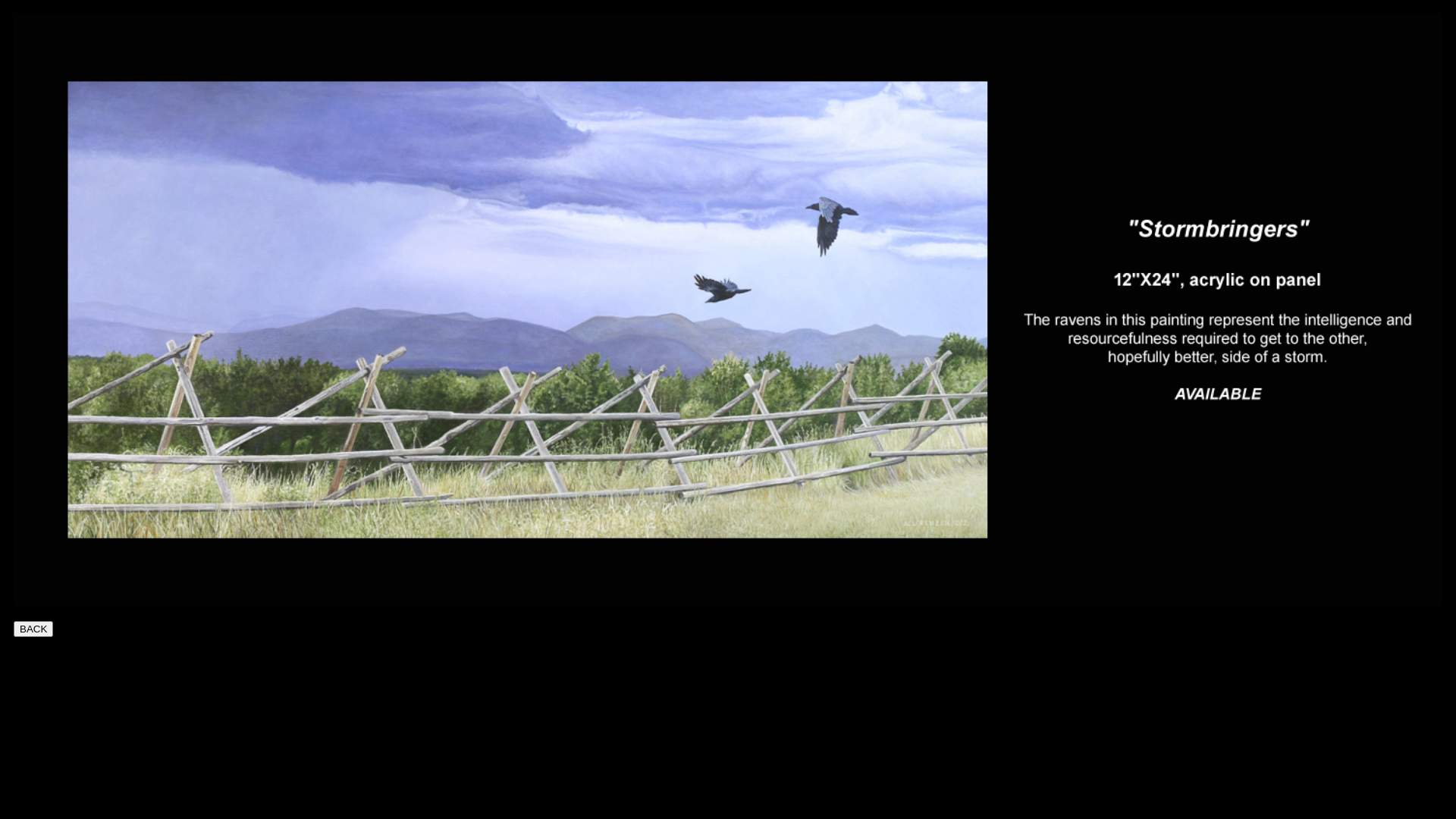 Image resolution: width=1456 pixels, height=819 pixels. Describe the element at coordinates (33, 629) in the screenshot. I see `'BACK'` at that location.